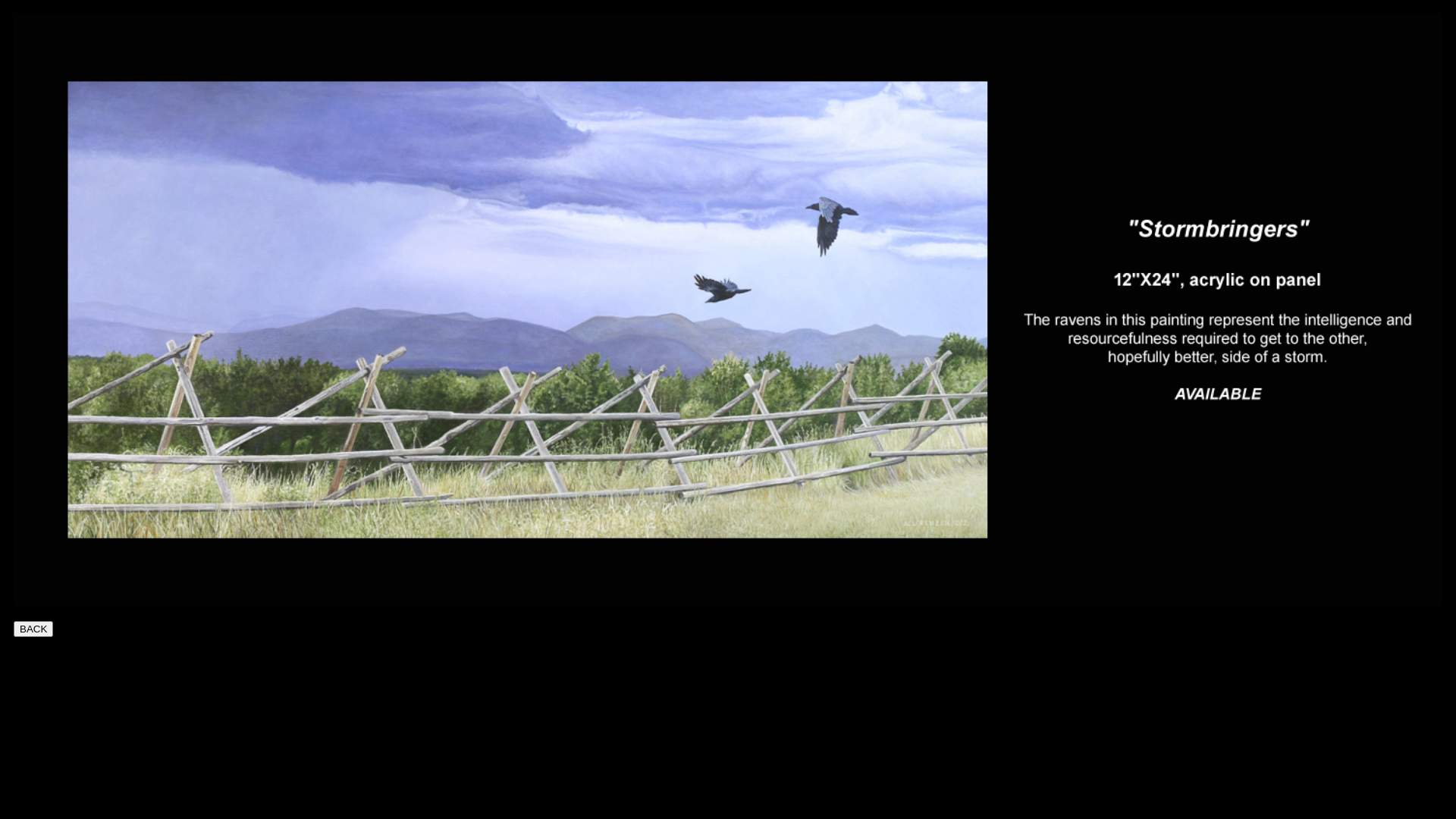 Image resolution: width=1456 pixels, height=819 pixels. Describe the element at coordinates (33, 629) in the screenshot. I see `'BACK'` at that location.